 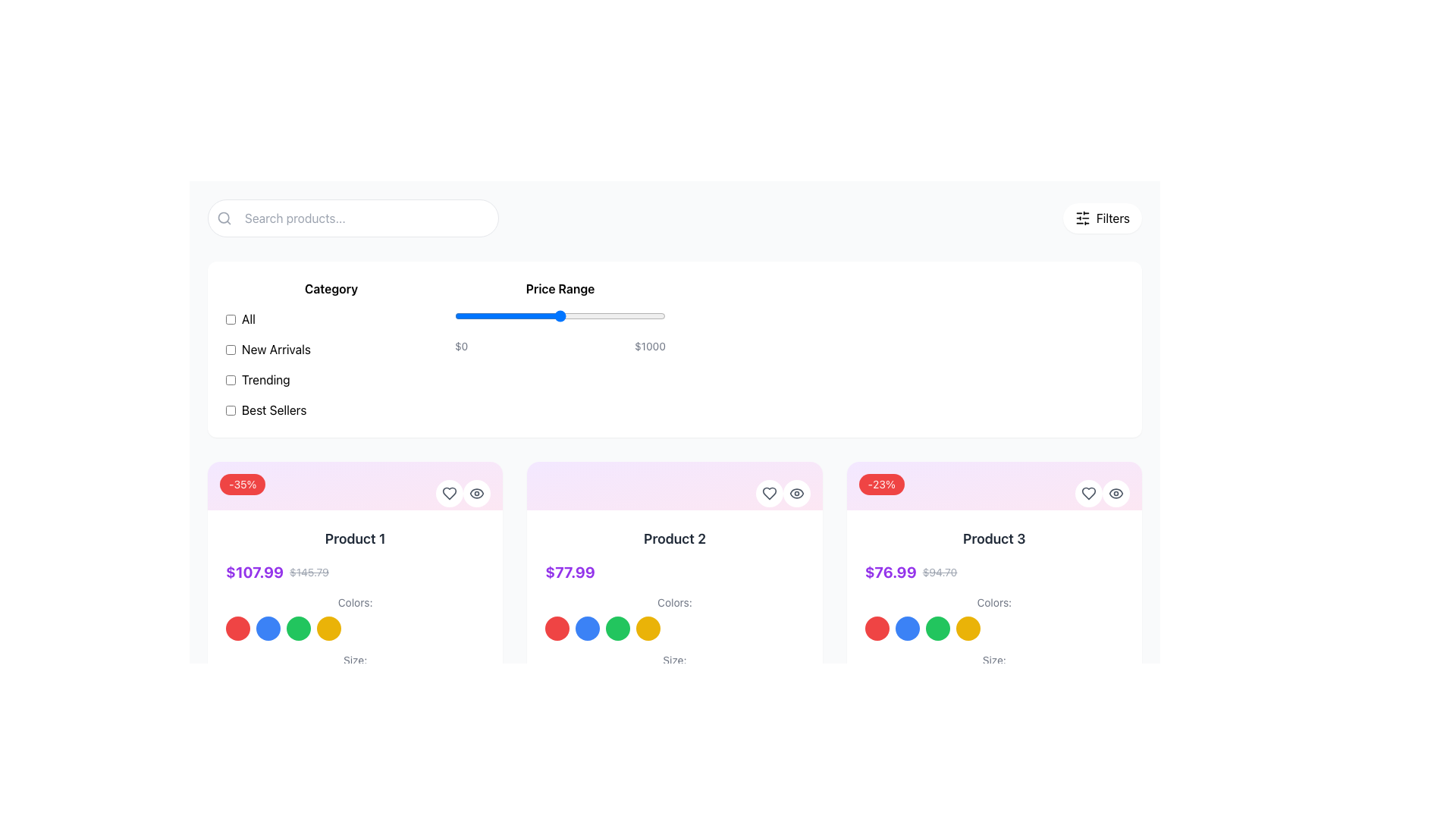 I want to click on the discount indicator badge located in the top-left corner of the product card, positioned above the product name, so click(x=243, y=485).